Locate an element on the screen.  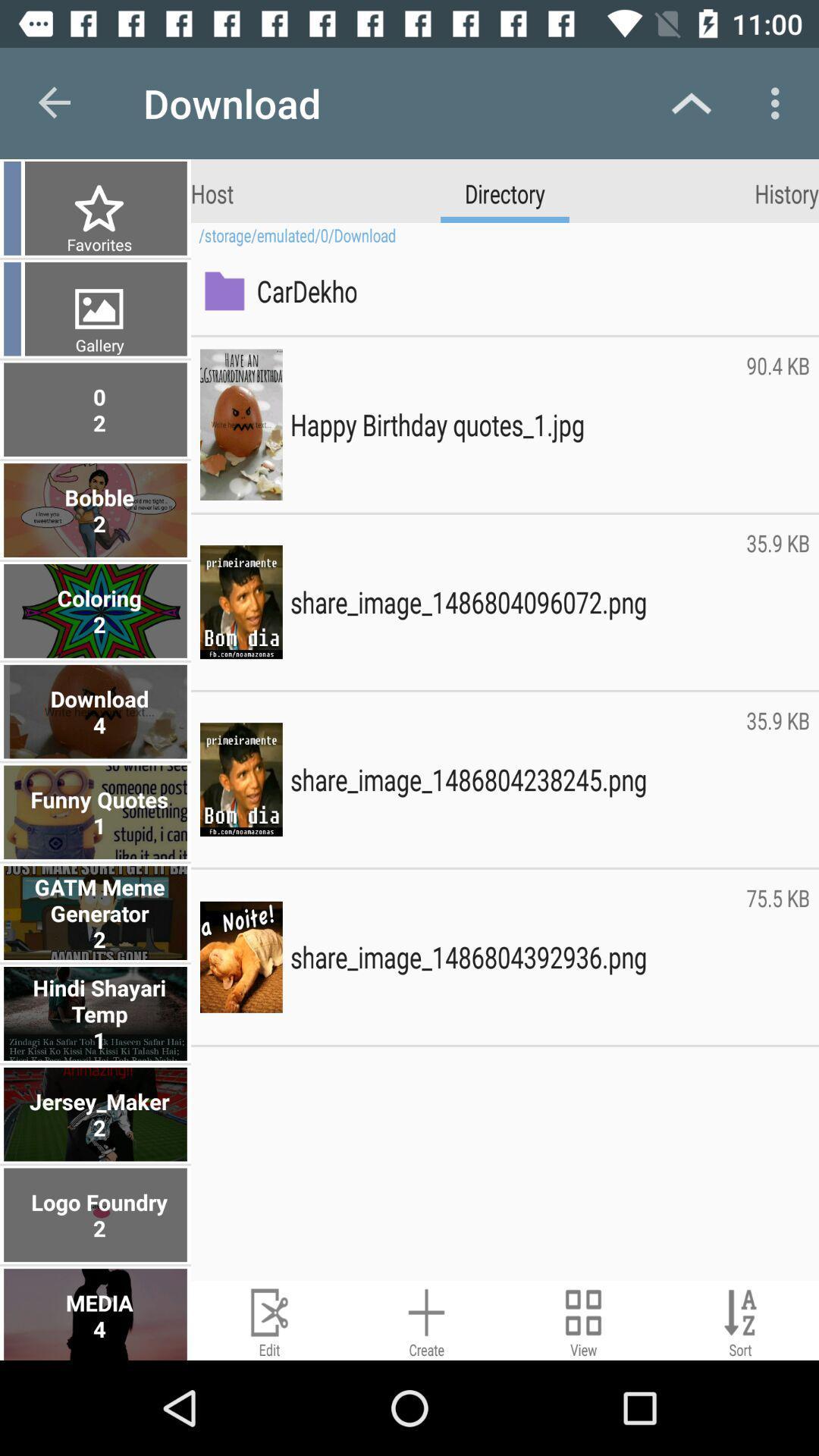
playlist is located at coordinates (426, 1319).